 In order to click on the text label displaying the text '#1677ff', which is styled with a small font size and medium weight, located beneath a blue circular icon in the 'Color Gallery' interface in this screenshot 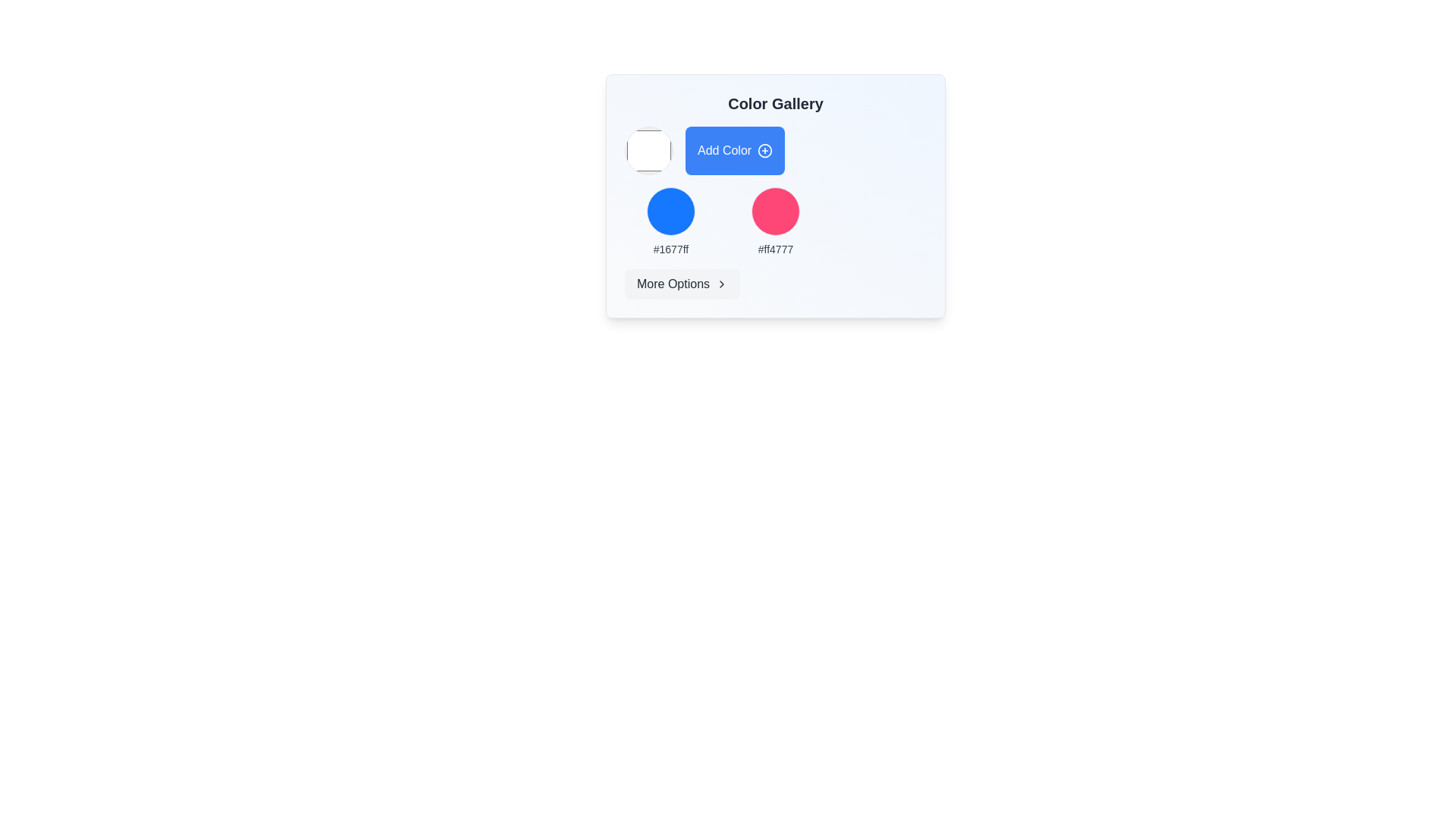, I will do `click(670, 248)`.